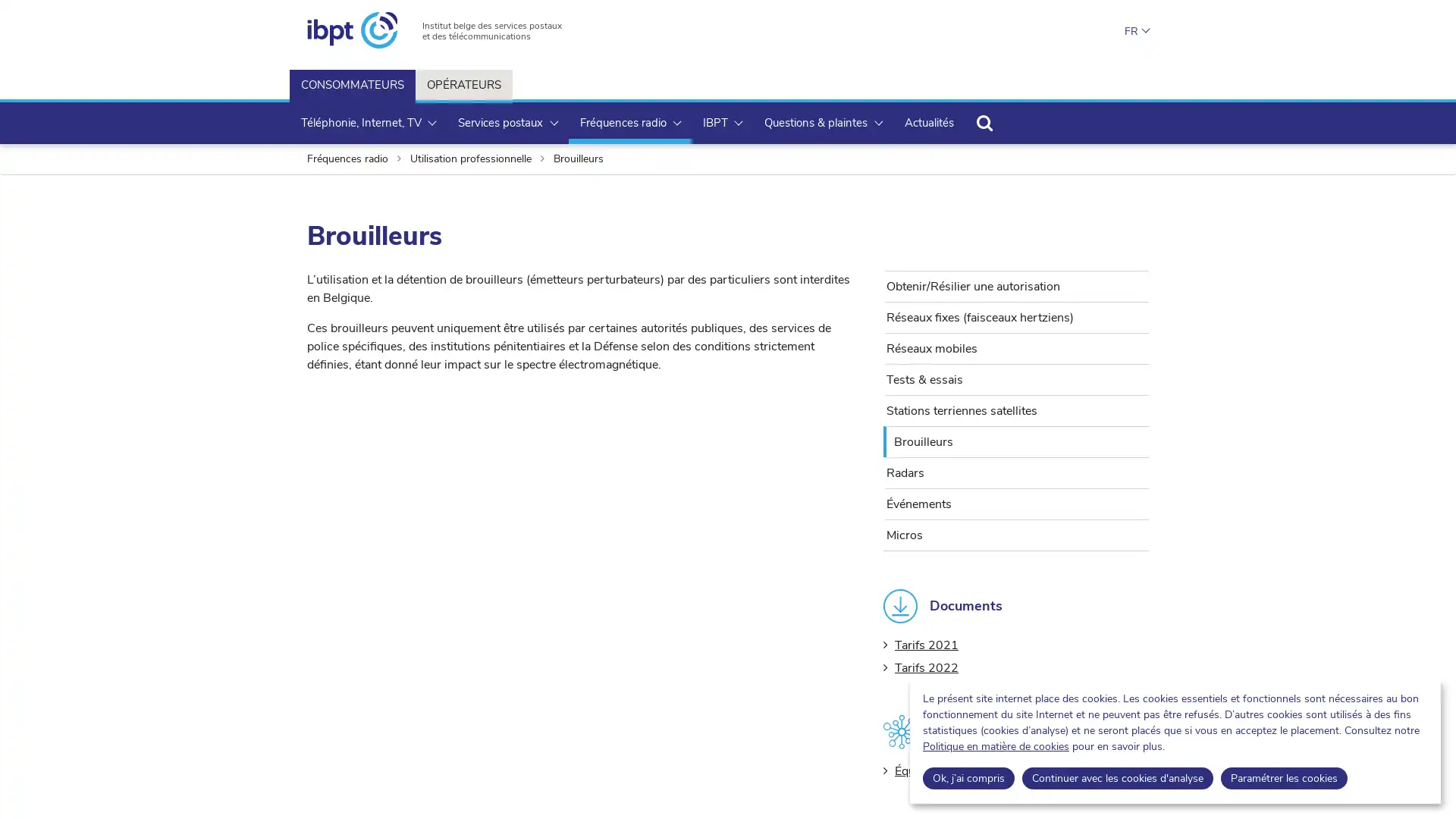 This screenshot has height=819, width=1456. Describe the element at coordinates (821, 122) in the screenshot. I see `Questions & plaintes` at that location.